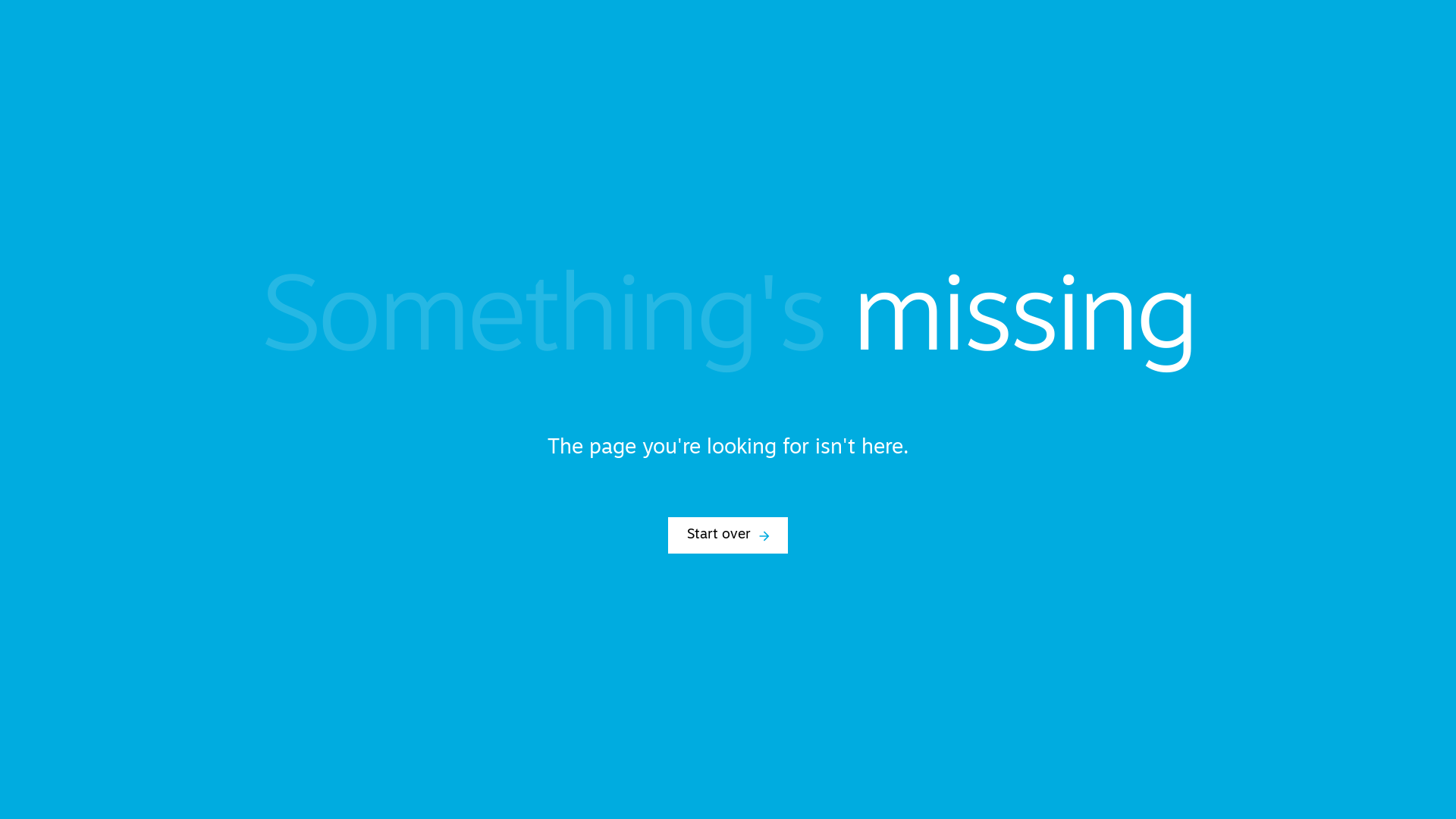 The image size is (1456, 819). I want to click on 'Start over', so click(728, 534).